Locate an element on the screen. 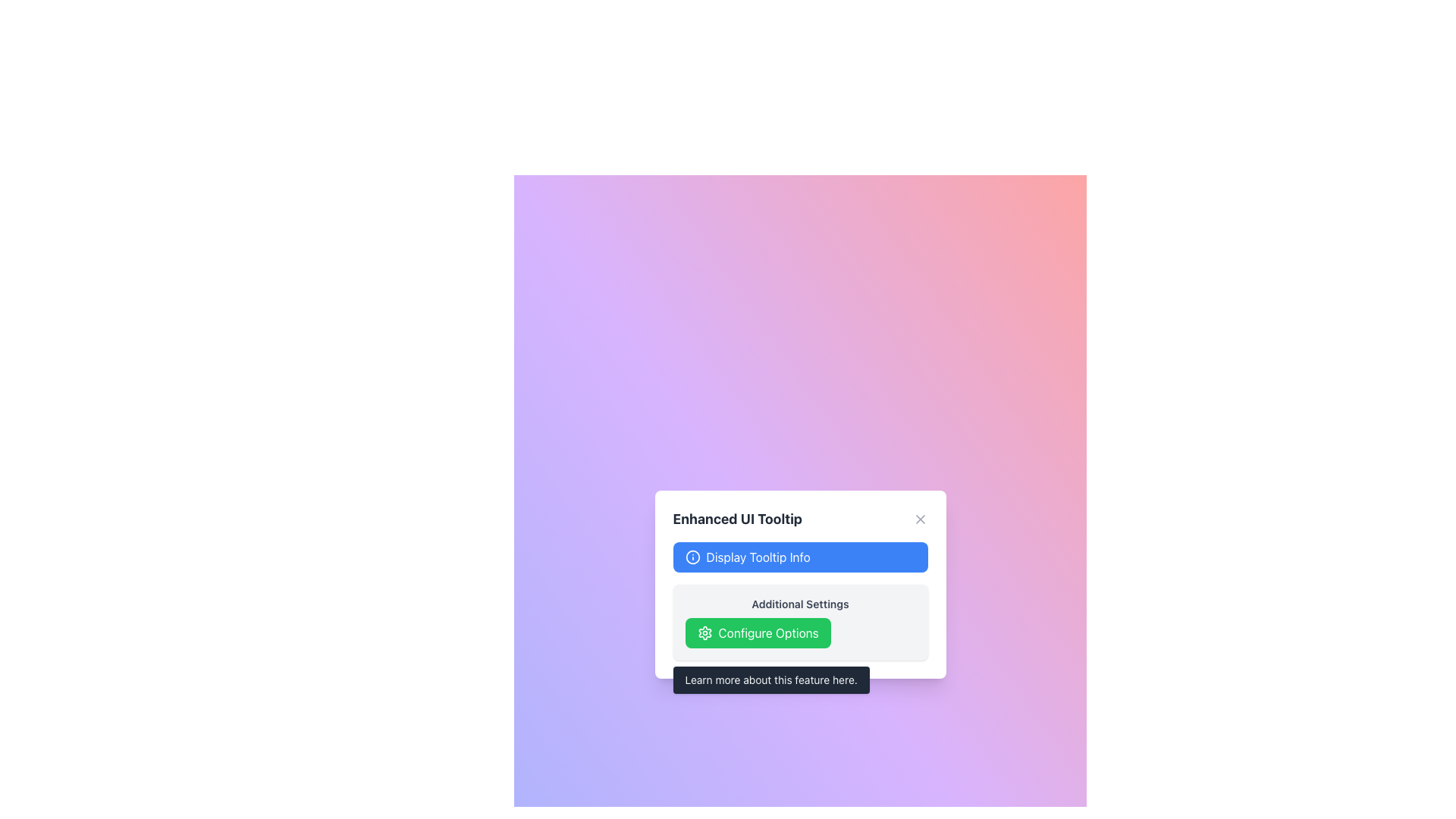 The image size is (1456, 819). the button located at the top of the modal below the title 'Enhanced UI Tooltip' is located at coordinates (799, 557).